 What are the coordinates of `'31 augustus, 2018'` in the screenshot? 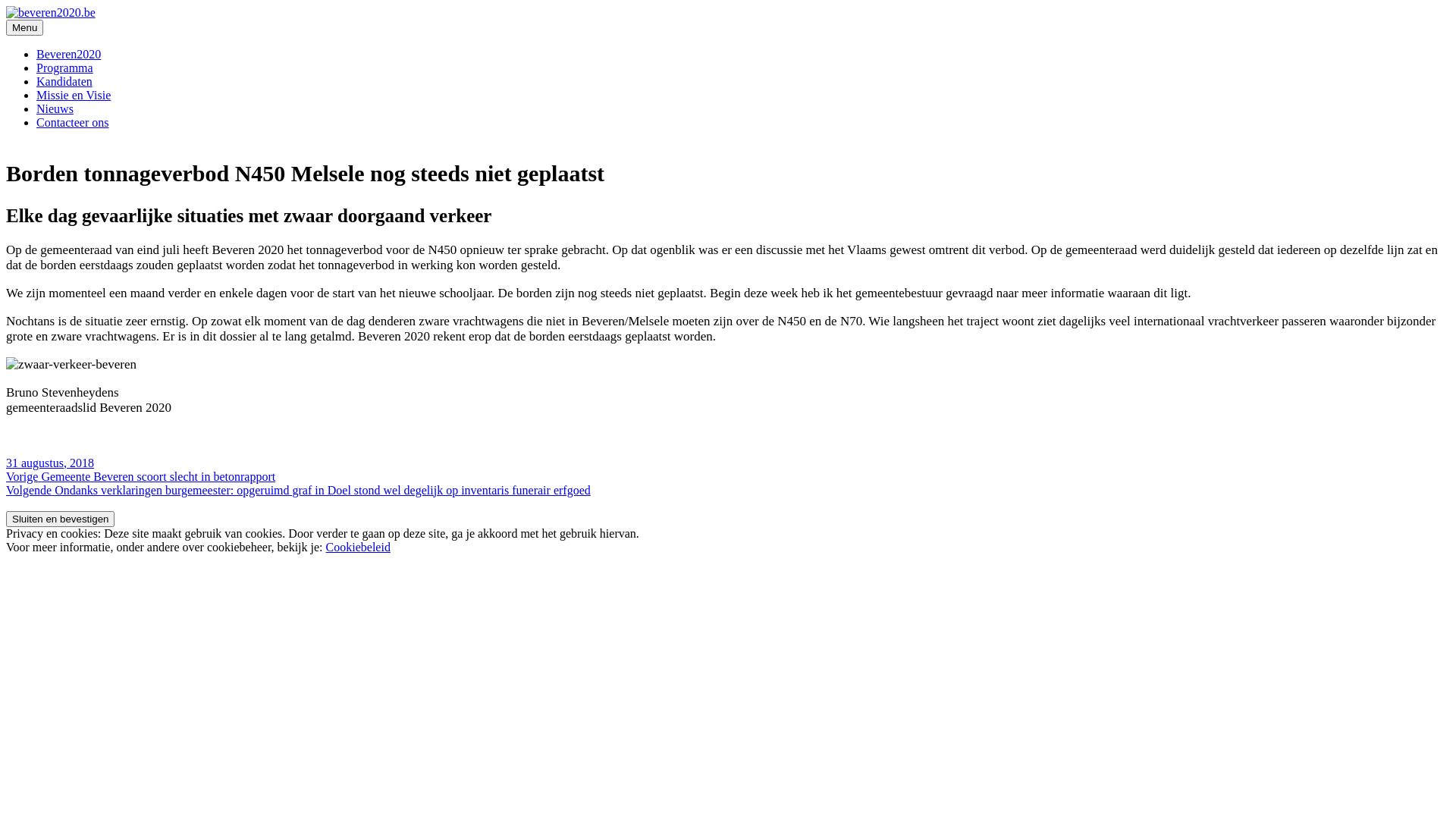 It's located at (50, 462).